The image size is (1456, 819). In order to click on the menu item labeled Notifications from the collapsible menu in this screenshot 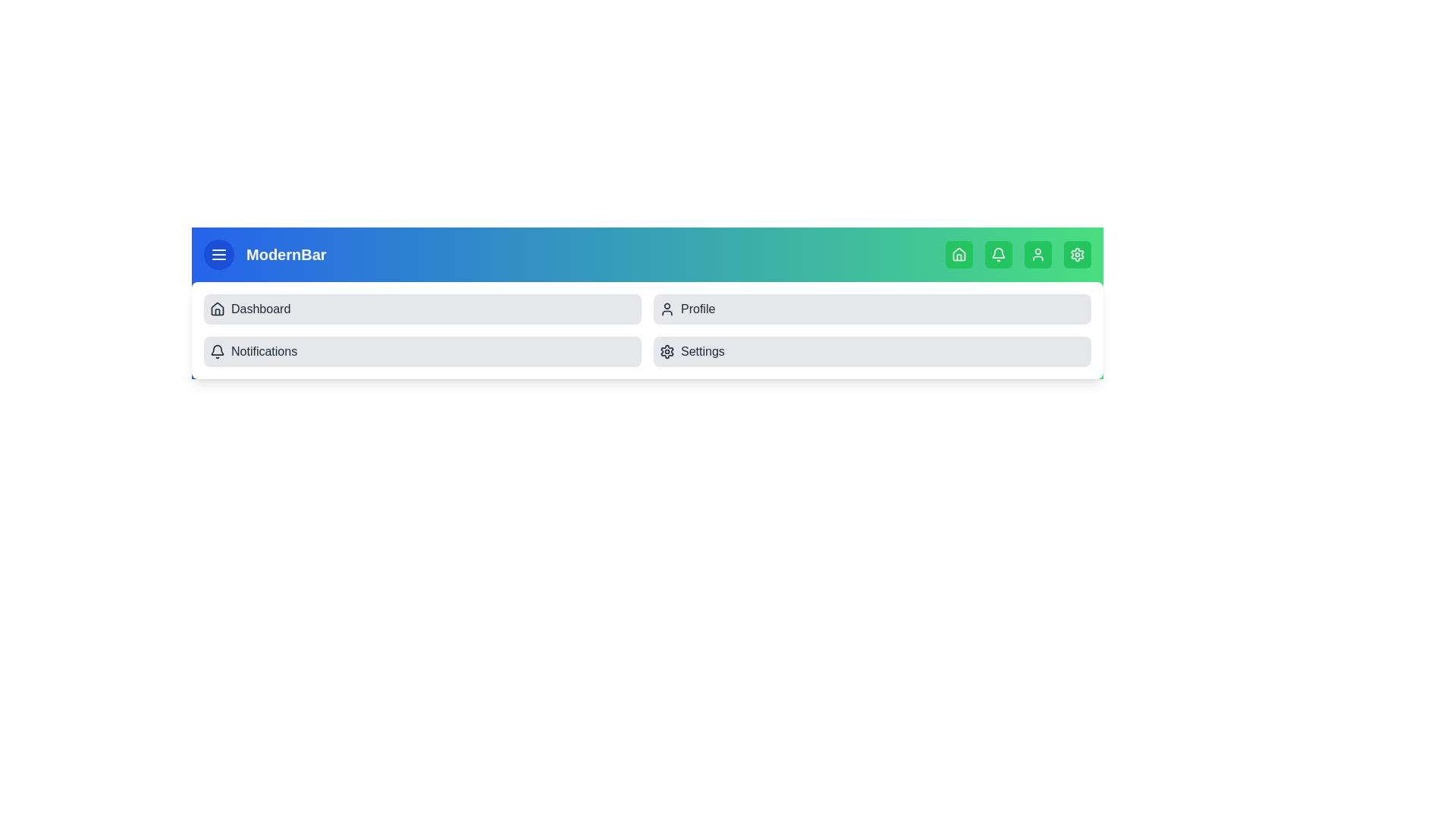, I will do `click(422, 351)`.